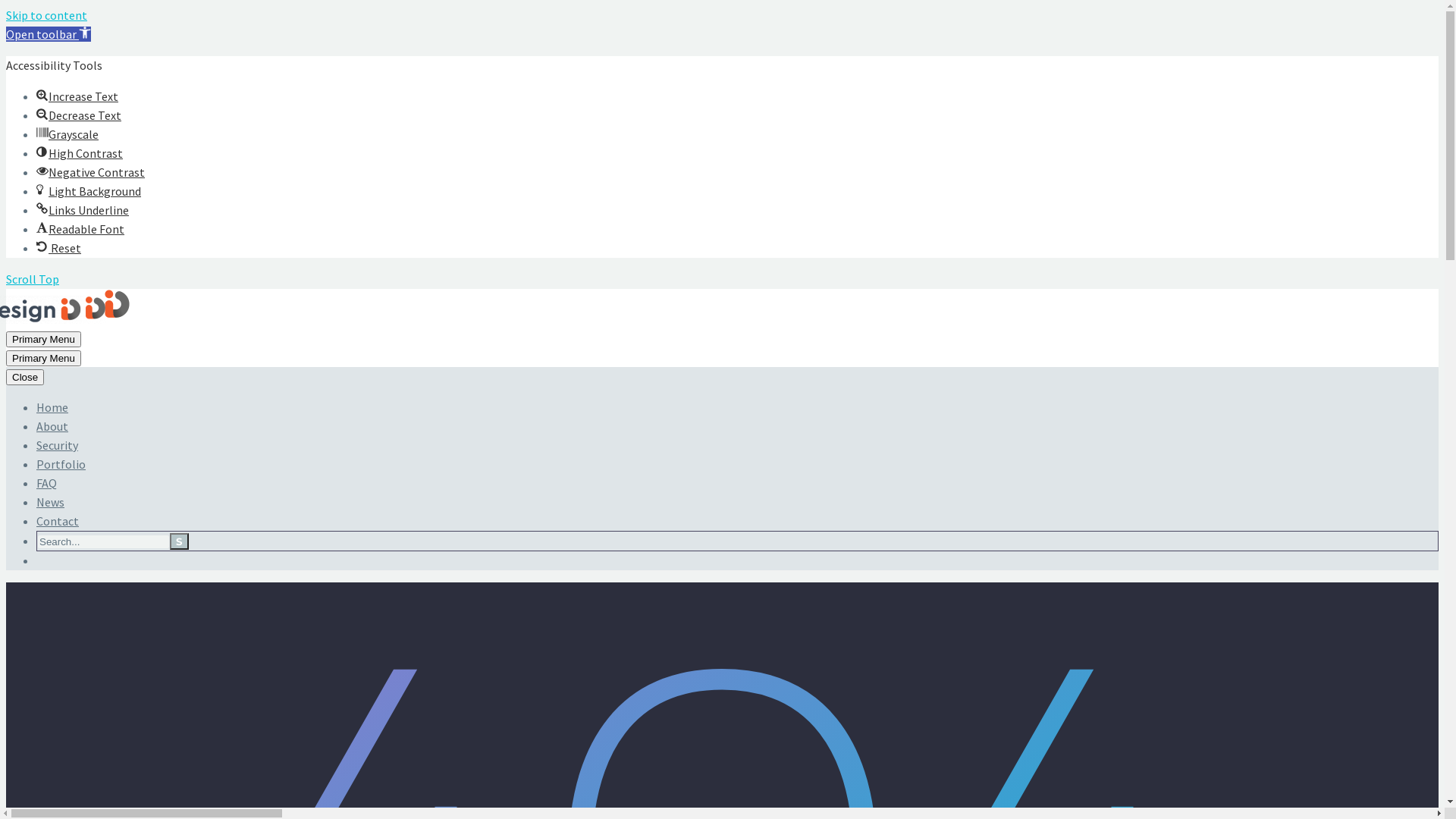 This screenshot has width=1456, height=819. What do you see at coordinates (67, 133) in the screenshot?
I see `'GrayscaleGrayscale'` at bounding box center [67, 133].